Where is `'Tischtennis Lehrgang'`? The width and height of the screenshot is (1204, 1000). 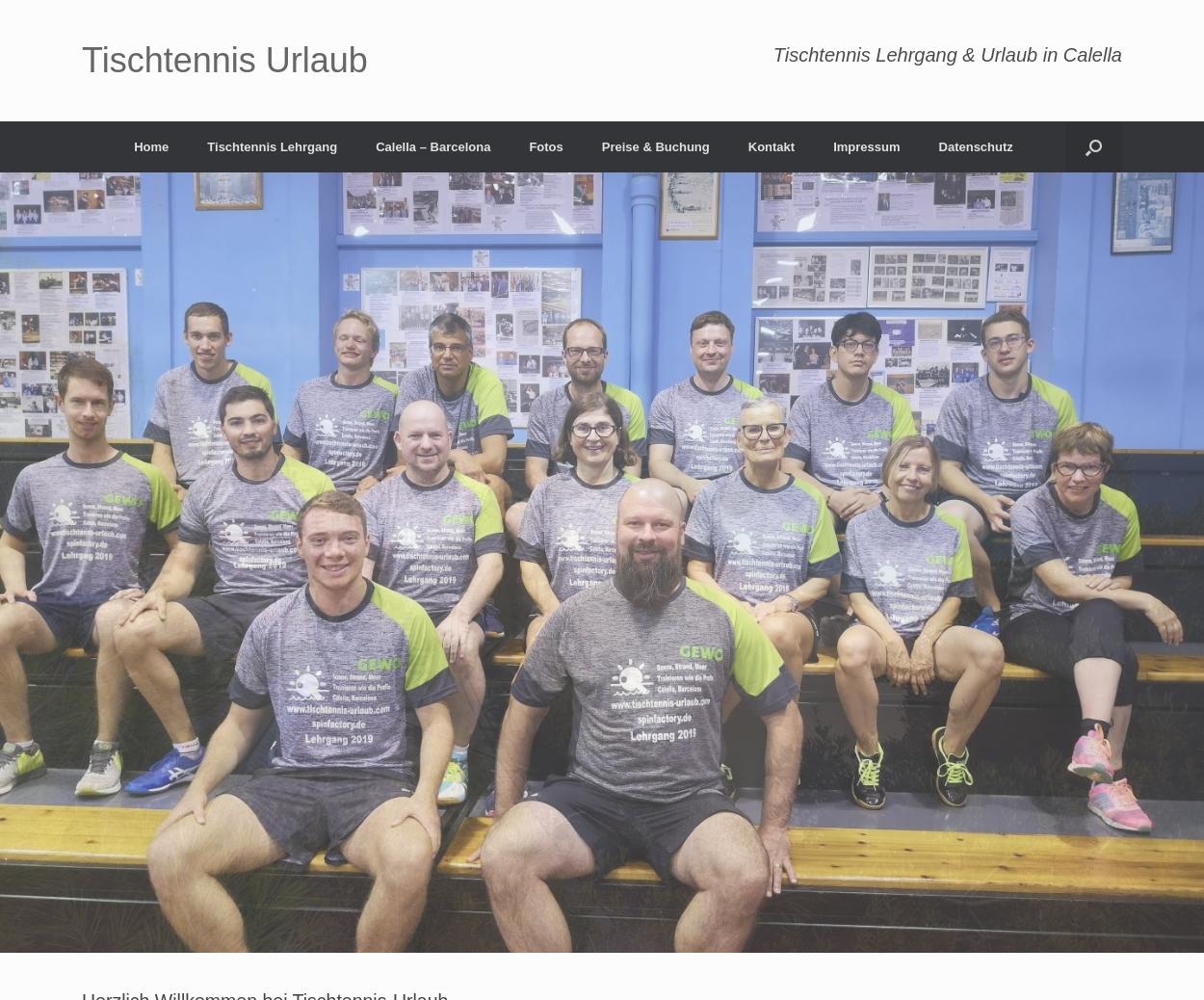
'Tischtennis Lehrgang' is located at coordinates (272, 145).